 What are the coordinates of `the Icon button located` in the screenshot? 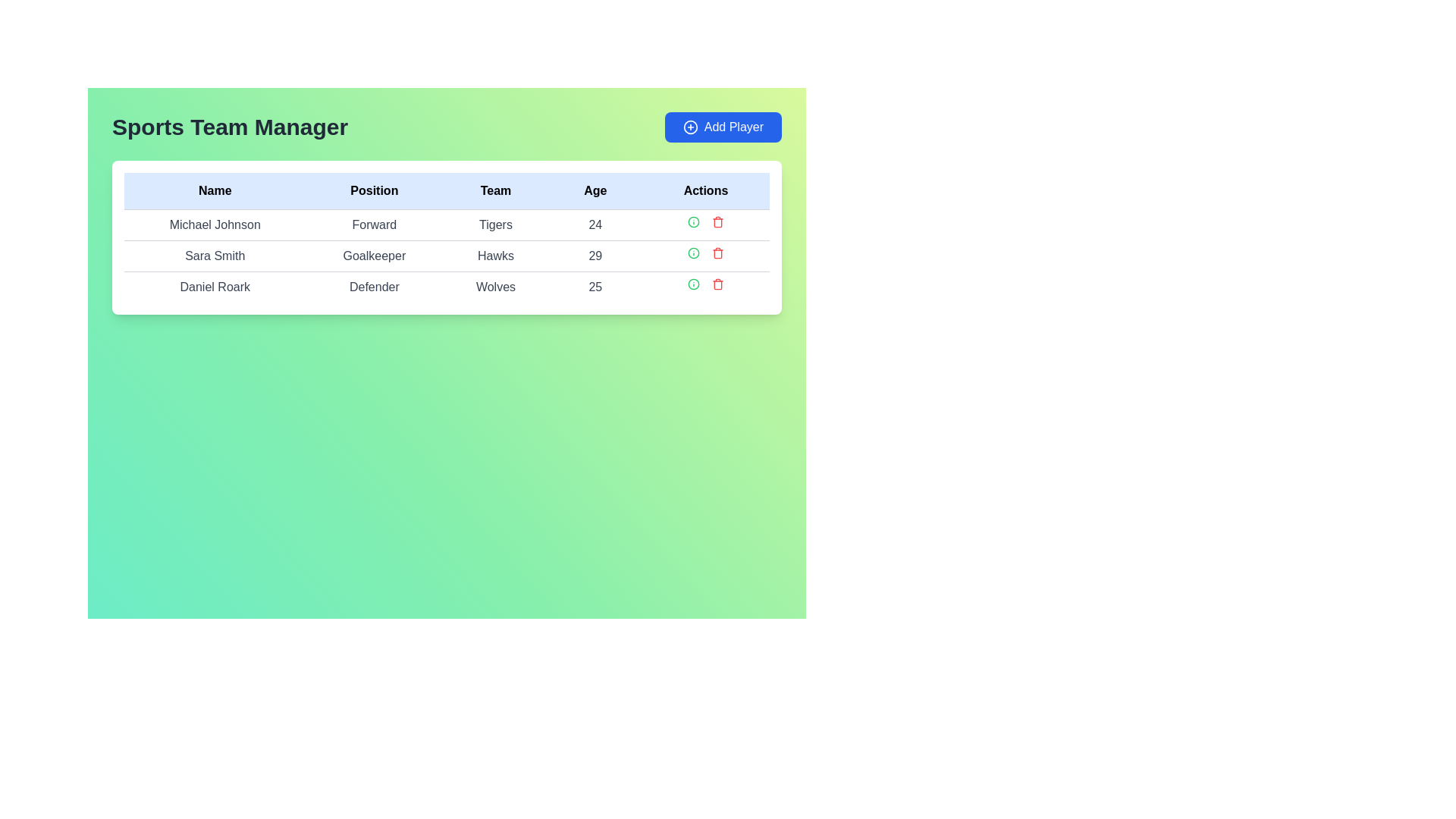 It's located at (692, 253).